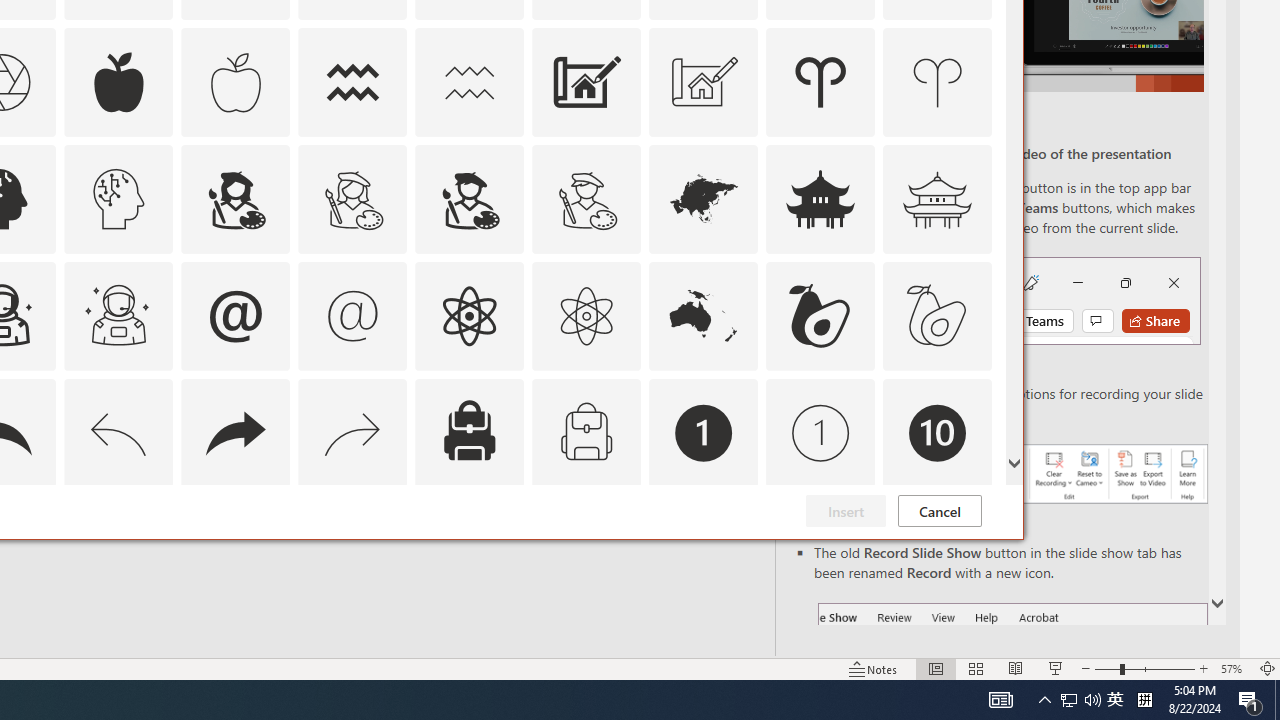  What do you see at coordinates (937, 81) in the screenshot?
I see `'AutomationID: Icons_Aries_M'` at bounding box center [937, 81].